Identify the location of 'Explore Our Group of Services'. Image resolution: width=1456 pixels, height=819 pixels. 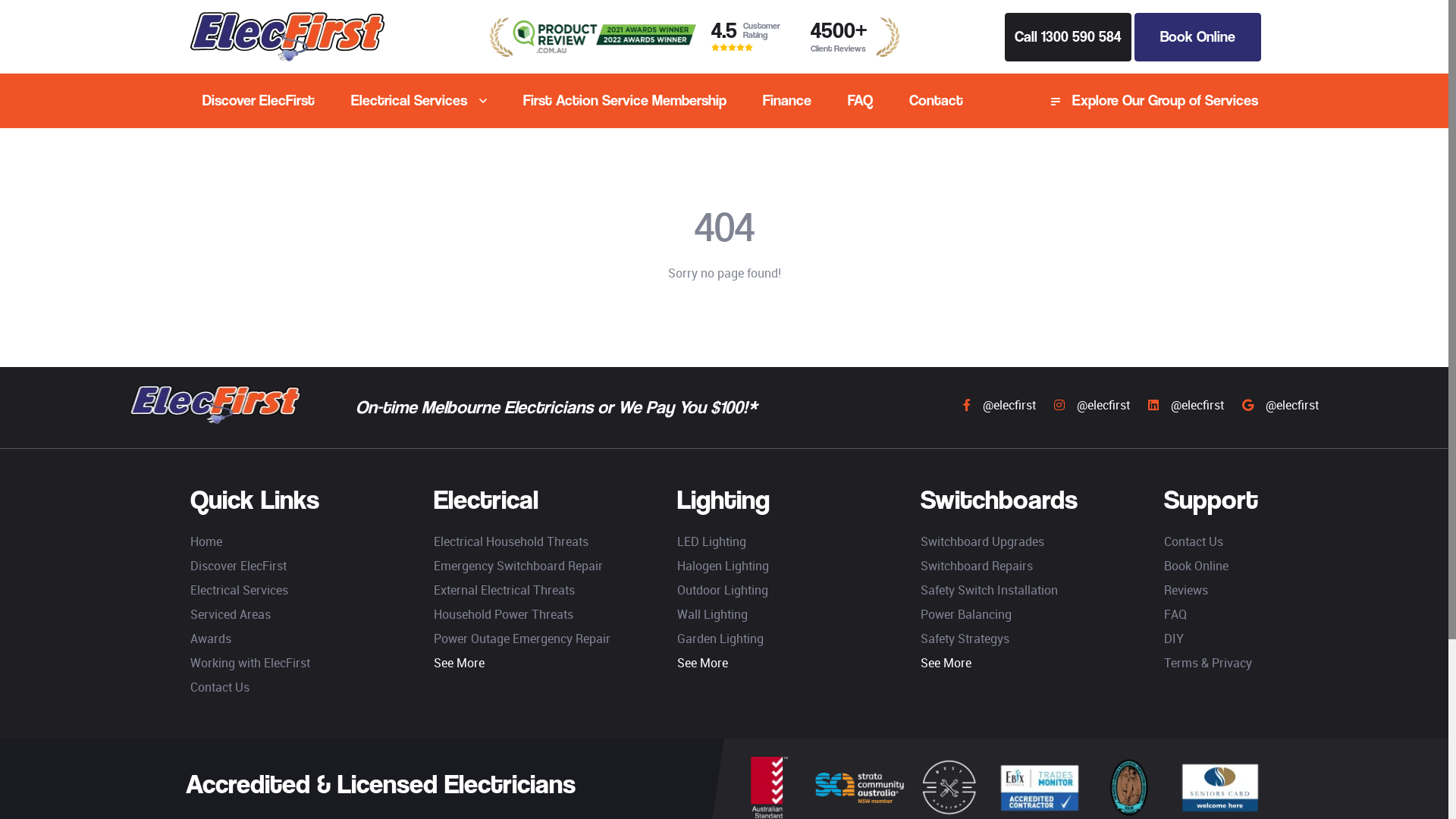
(1153, 100).